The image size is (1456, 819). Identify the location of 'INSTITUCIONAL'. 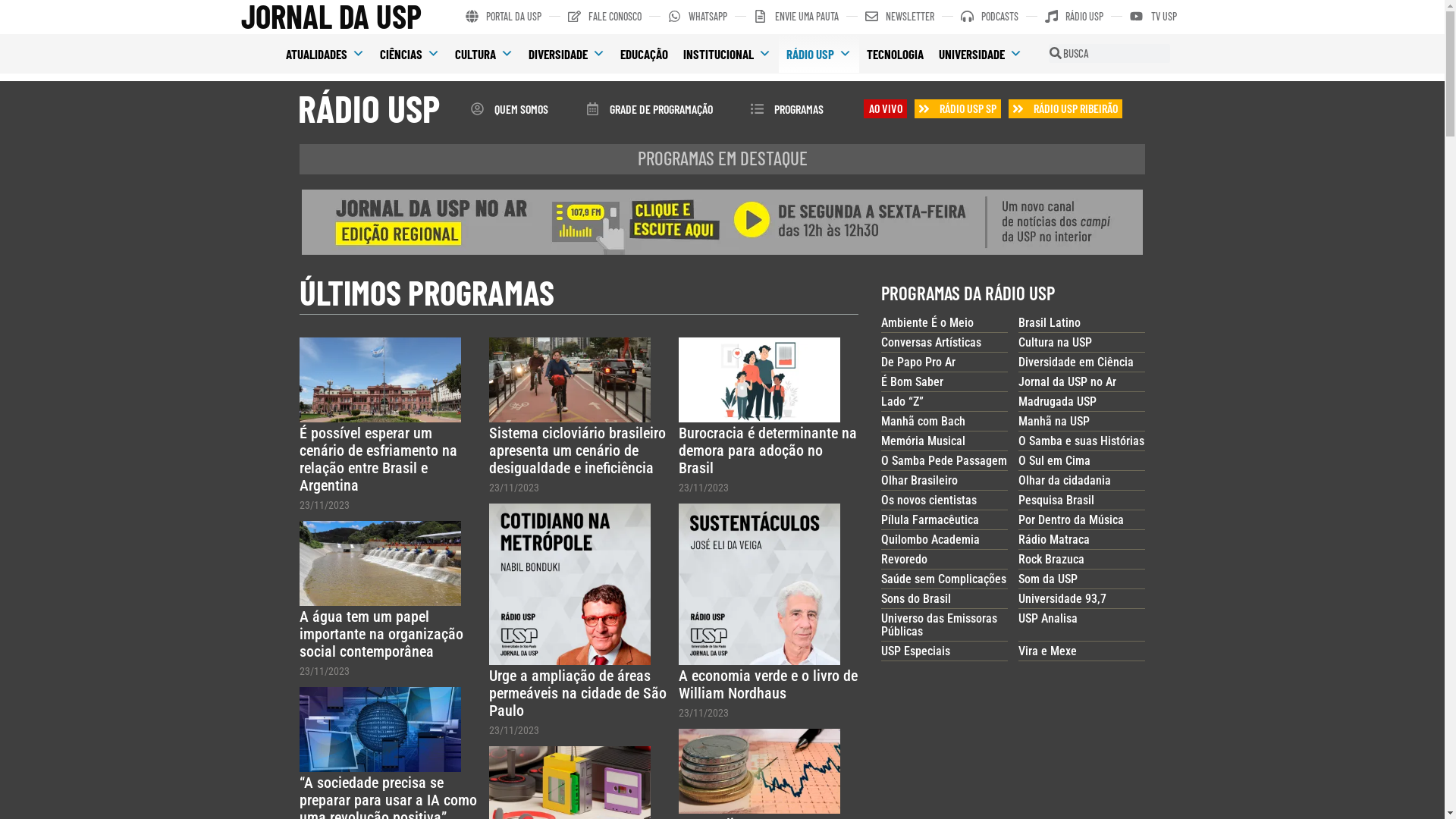
(675, 52).